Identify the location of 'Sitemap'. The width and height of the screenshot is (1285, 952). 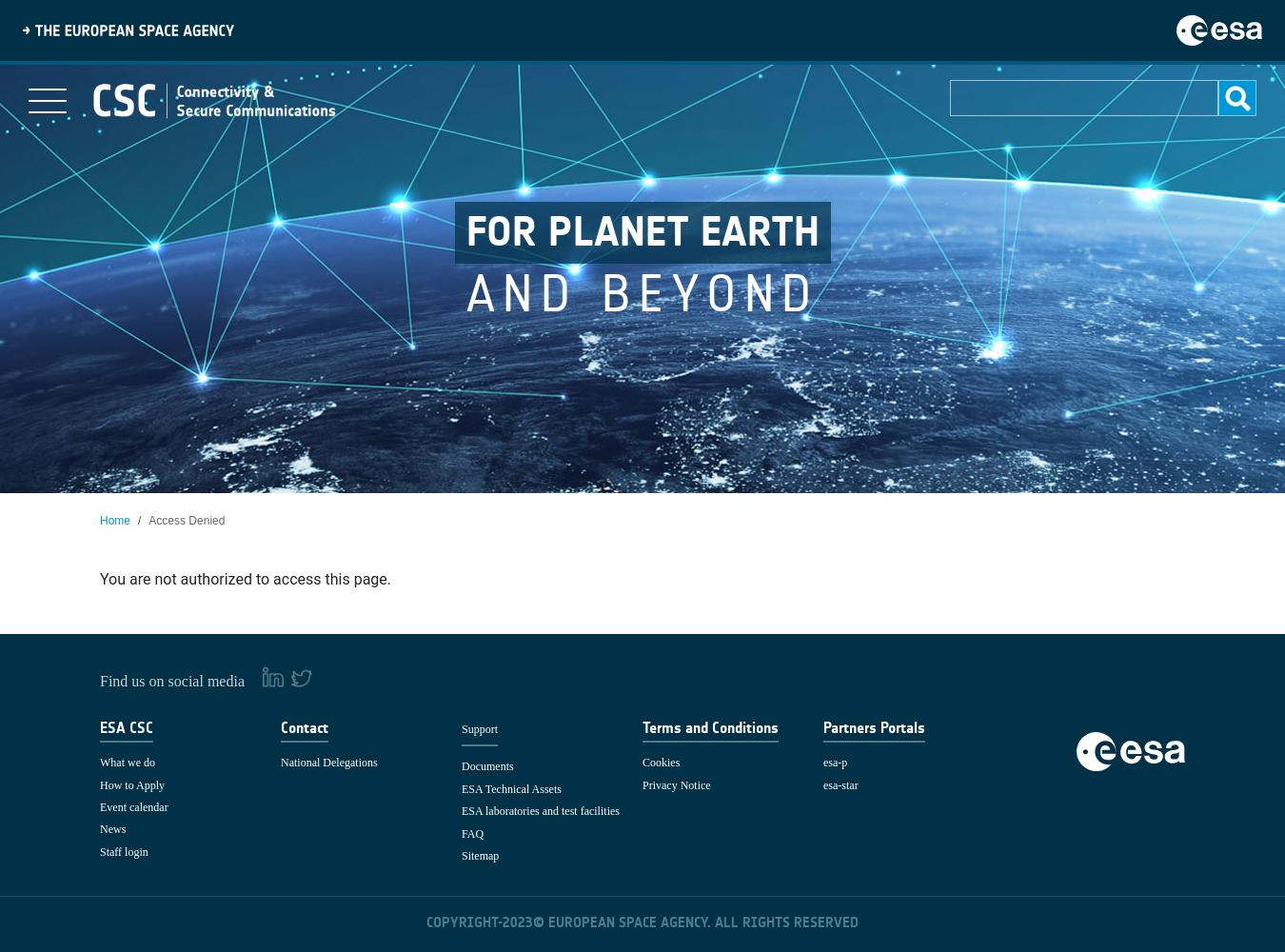
(479, 855).